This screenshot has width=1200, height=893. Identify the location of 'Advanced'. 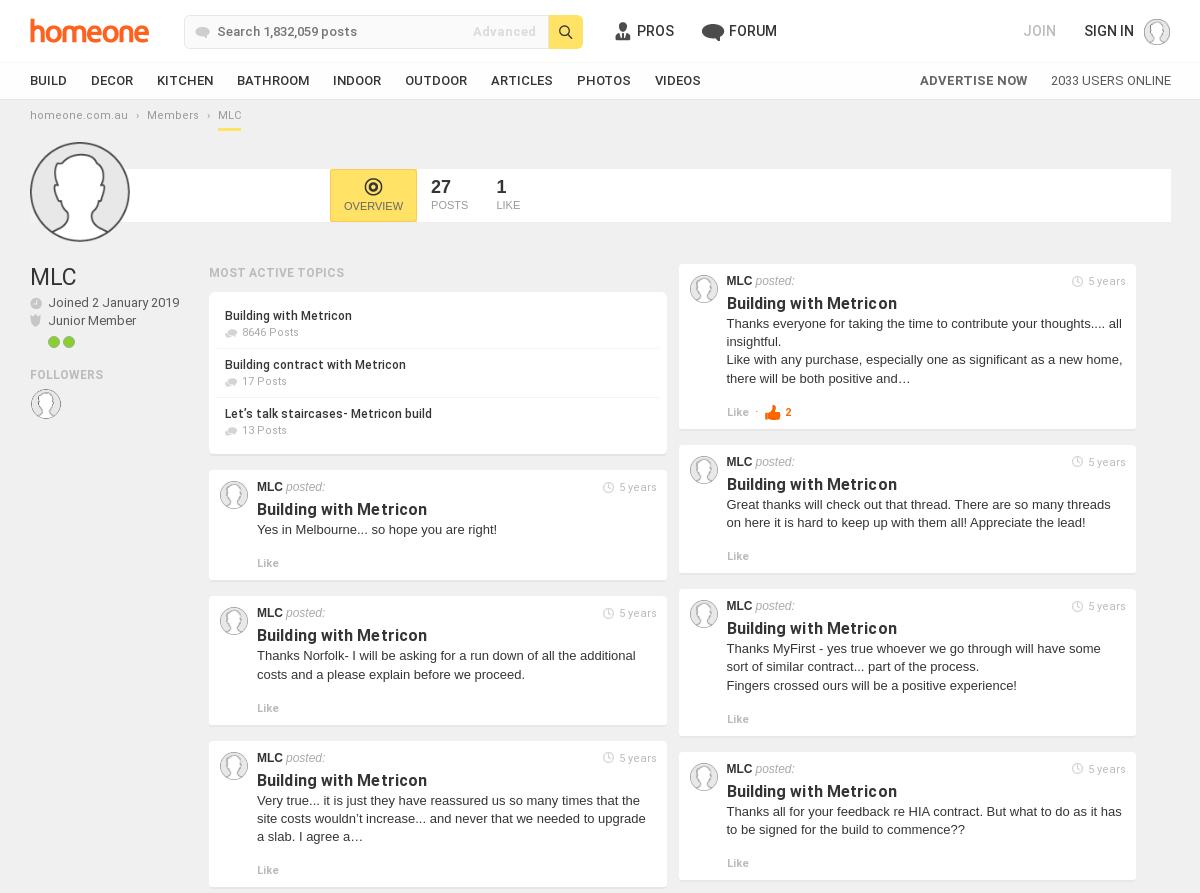
(503, 31).